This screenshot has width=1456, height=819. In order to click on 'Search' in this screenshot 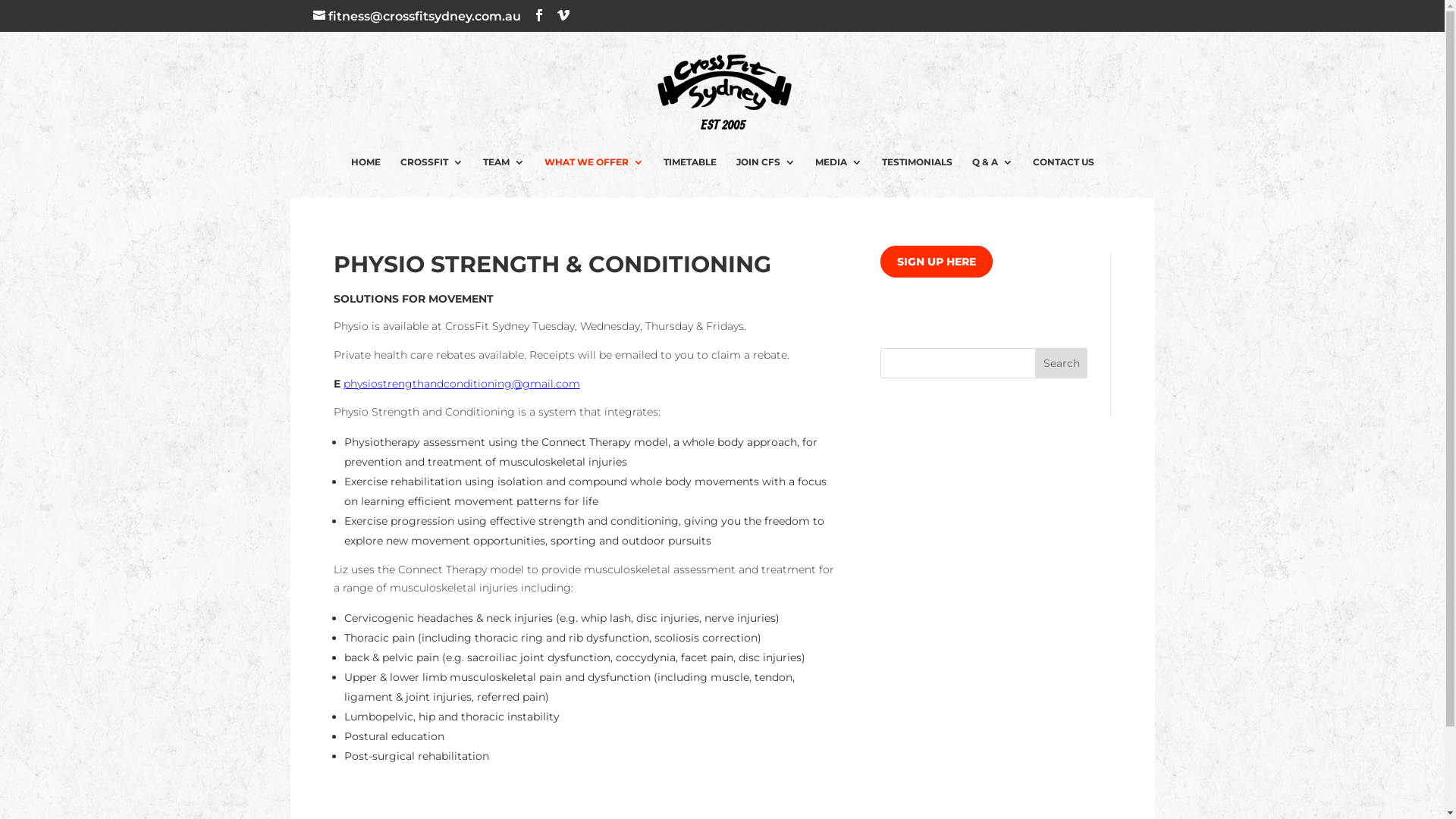, I will do `click(1061, 362)`.